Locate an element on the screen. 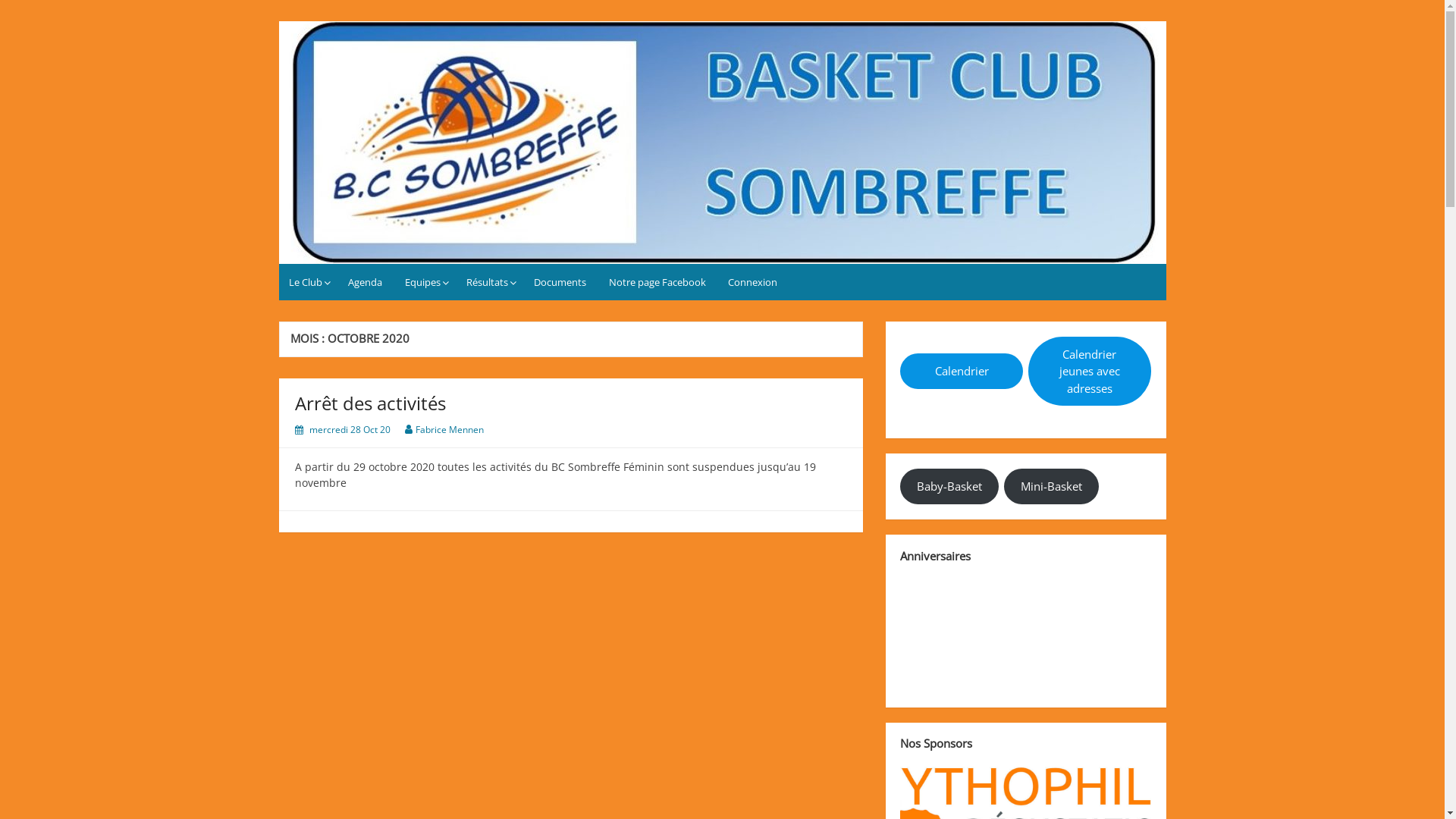 The width and height of the screenshot is (1456, 819). 'Calendrier' is located at coordinates (899, 371).